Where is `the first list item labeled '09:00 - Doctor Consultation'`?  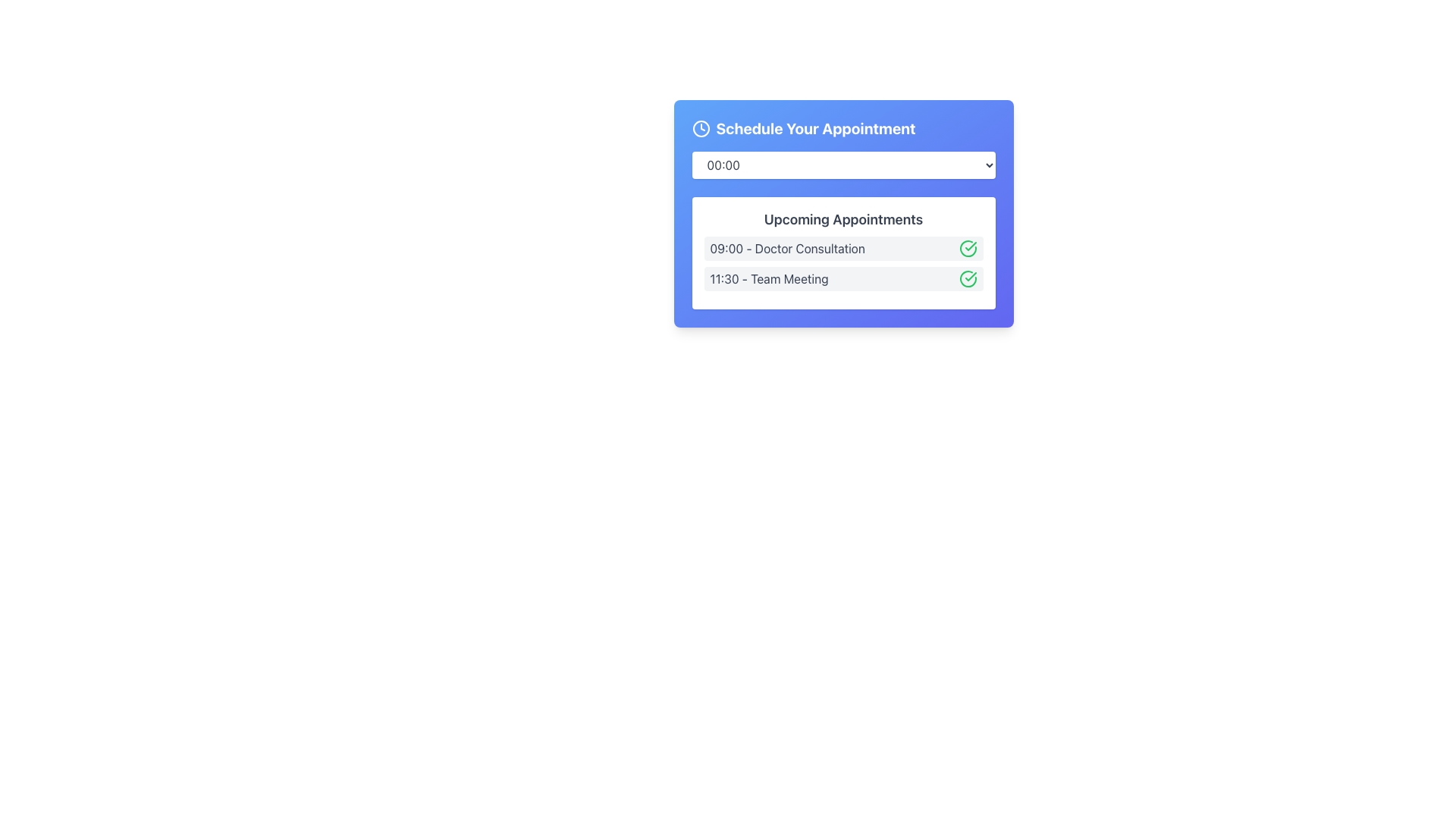 the first list item labeled '09:00 - Doctor Consultation' is located at coordinates (843, 247).